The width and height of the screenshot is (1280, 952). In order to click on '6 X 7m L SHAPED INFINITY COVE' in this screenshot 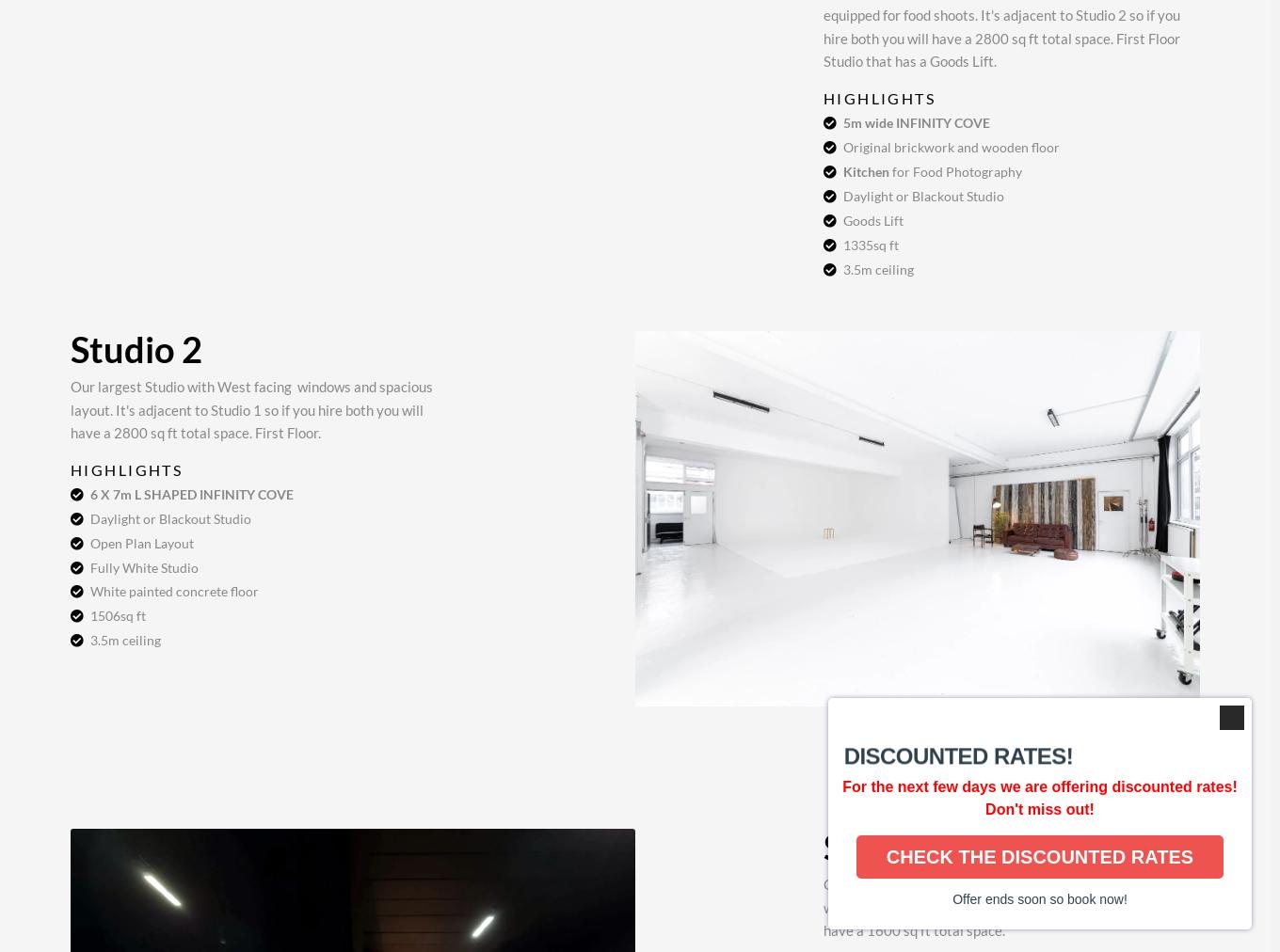, I will do `click(191, 492)`.